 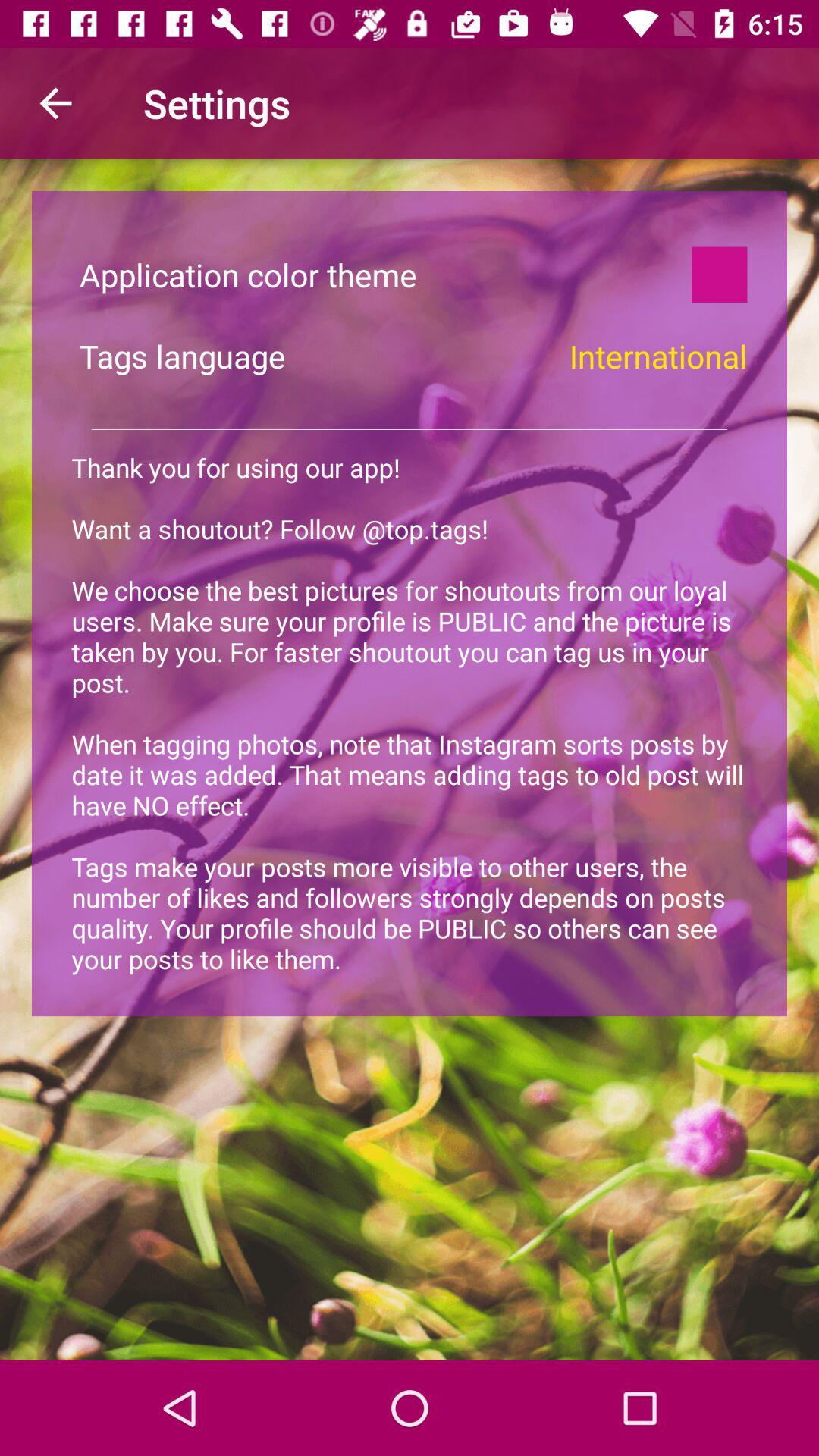 I want to click on the item next to settings item, so click(x=55, y=102).